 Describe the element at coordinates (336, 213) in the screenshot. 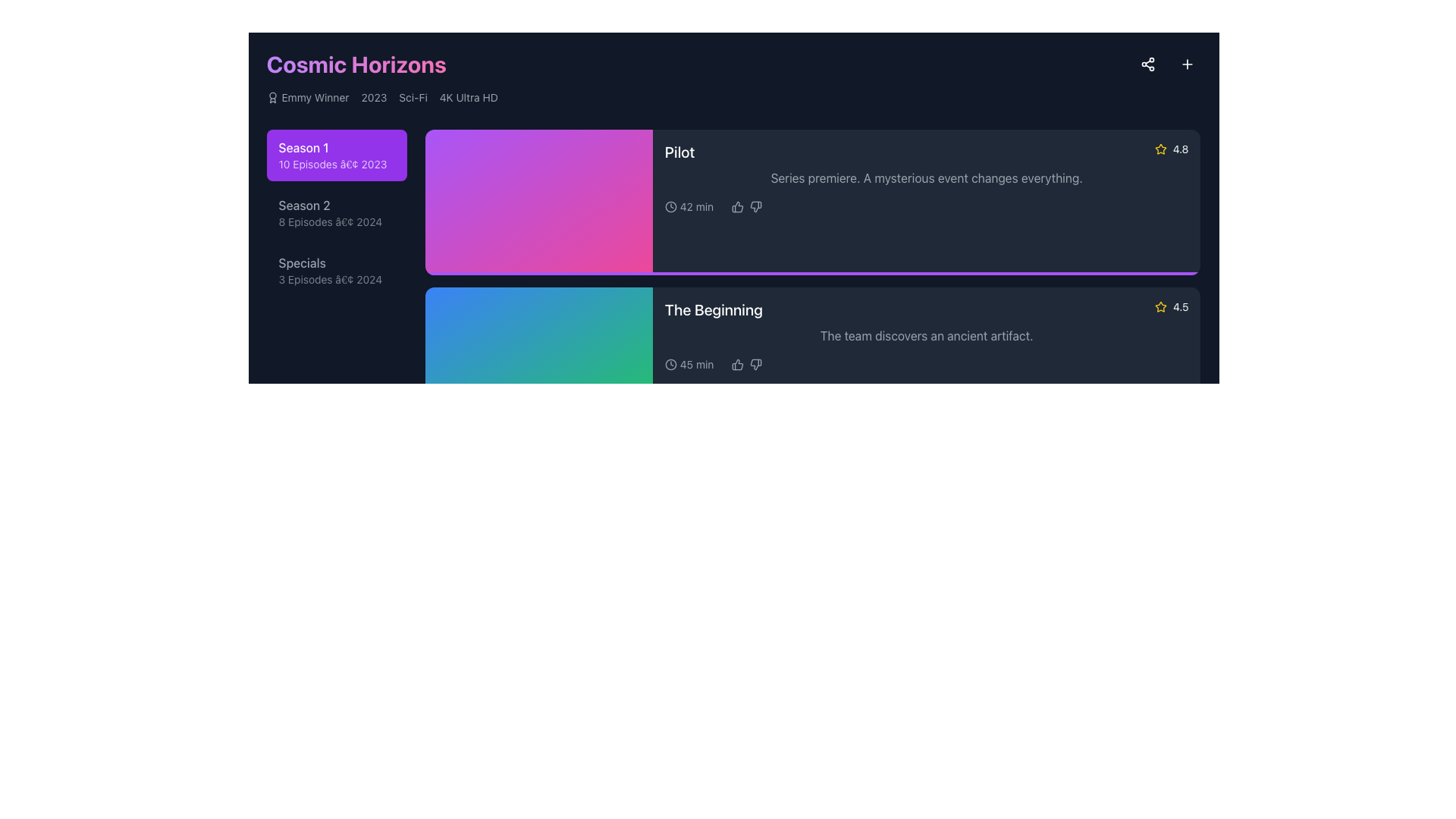

I see `the interactive block labeled 'Season 2'` at that location.